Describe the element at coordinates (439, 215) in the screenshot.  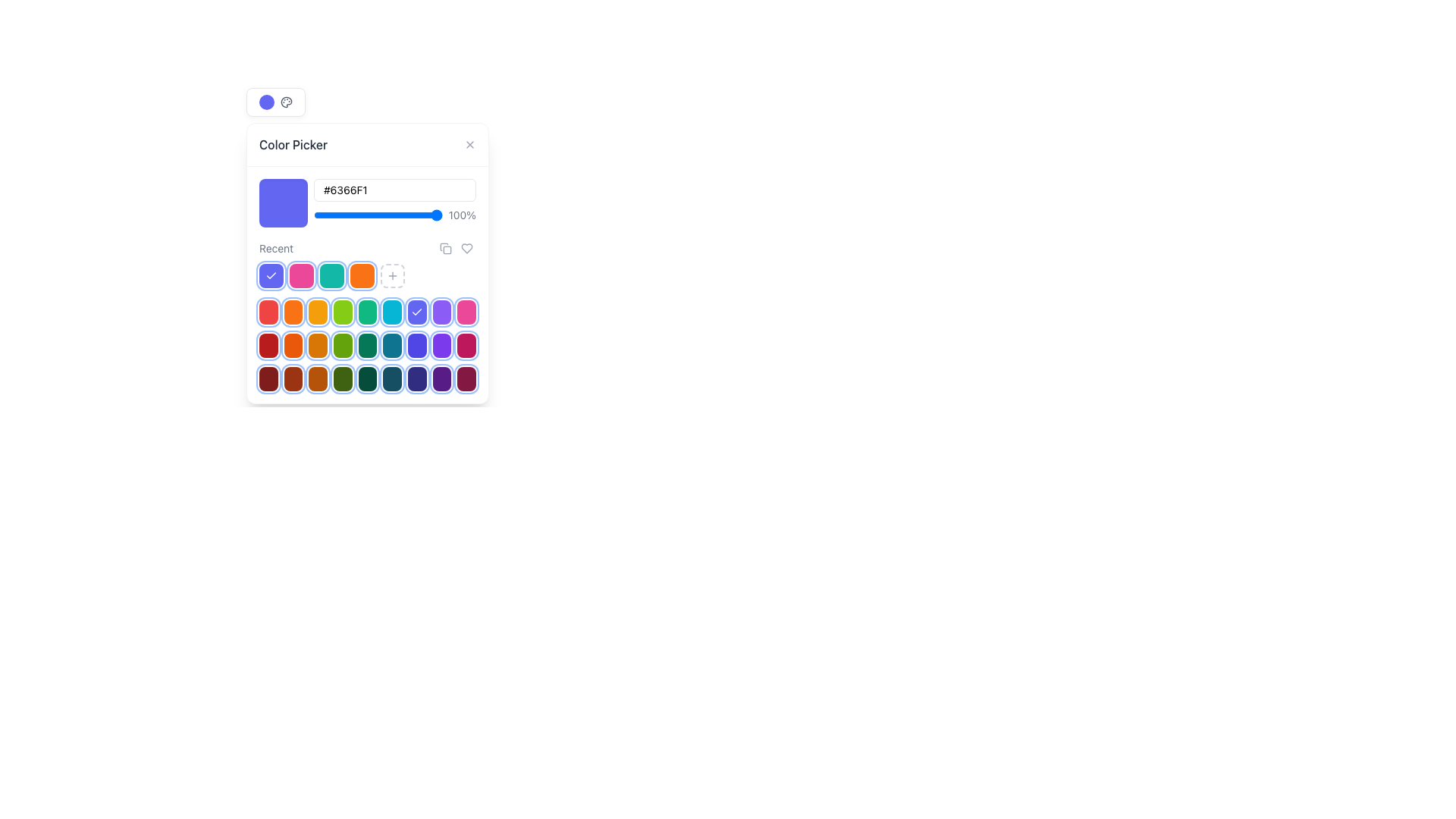
I see `the slider` at that location.